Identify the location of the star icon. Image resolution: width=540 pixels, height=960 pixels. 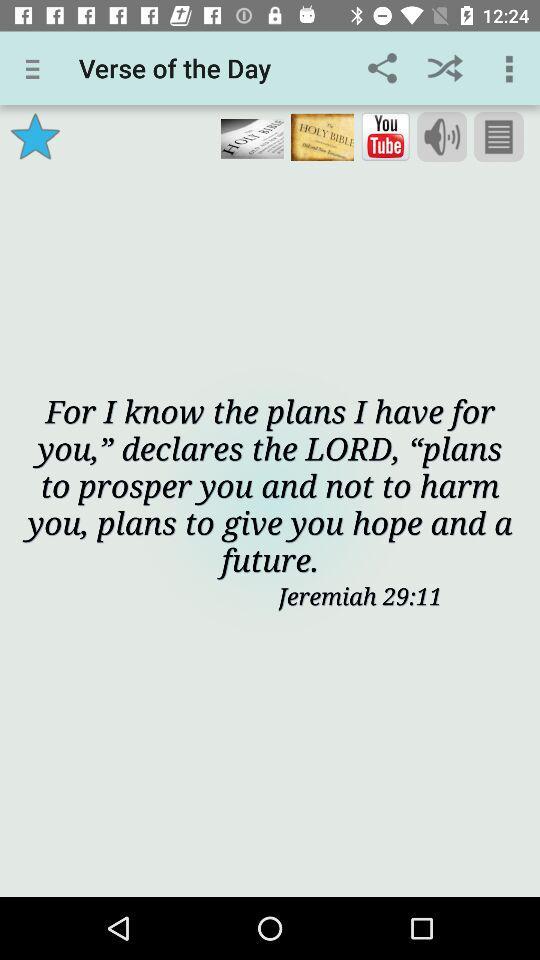
(35, 135).